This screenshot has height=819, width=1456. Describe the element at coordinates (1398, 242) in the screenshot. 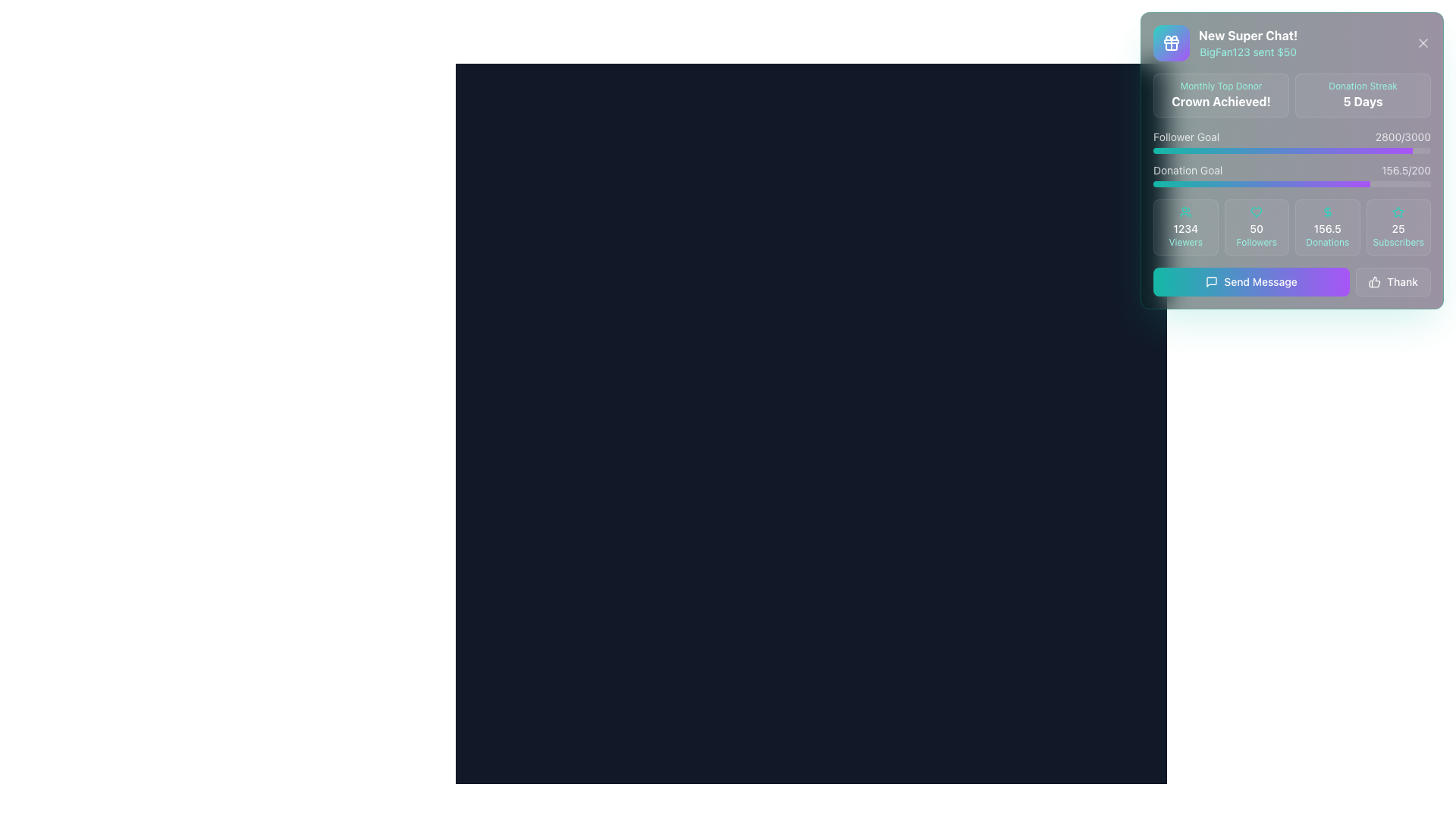

I see `the text label displaying 'subscribers' in teal color, located below the number '25' within a translucent white card` at that location.